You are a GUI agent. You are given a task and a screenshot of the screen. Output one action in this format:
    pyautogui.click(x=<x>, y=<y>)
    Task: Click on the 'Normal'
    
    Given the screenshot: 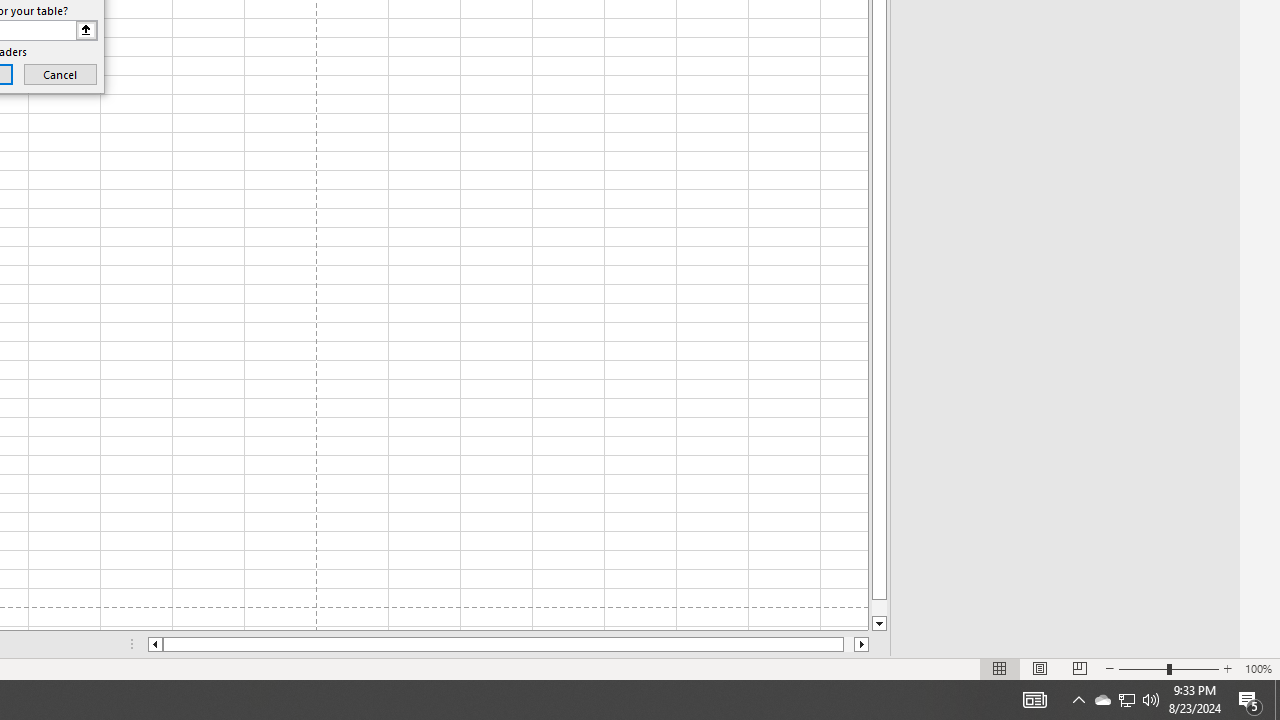 What is the action you would take?
    pyautogui.click(x=1000, y=669)
    